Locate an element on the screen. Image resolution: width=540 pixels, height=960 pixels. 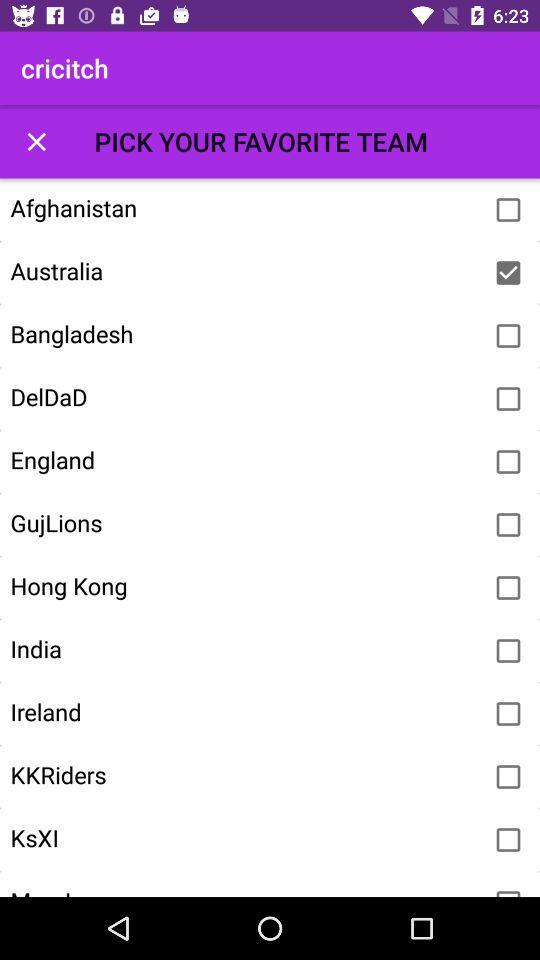
australia as your team is located at coordinates (508, 272).